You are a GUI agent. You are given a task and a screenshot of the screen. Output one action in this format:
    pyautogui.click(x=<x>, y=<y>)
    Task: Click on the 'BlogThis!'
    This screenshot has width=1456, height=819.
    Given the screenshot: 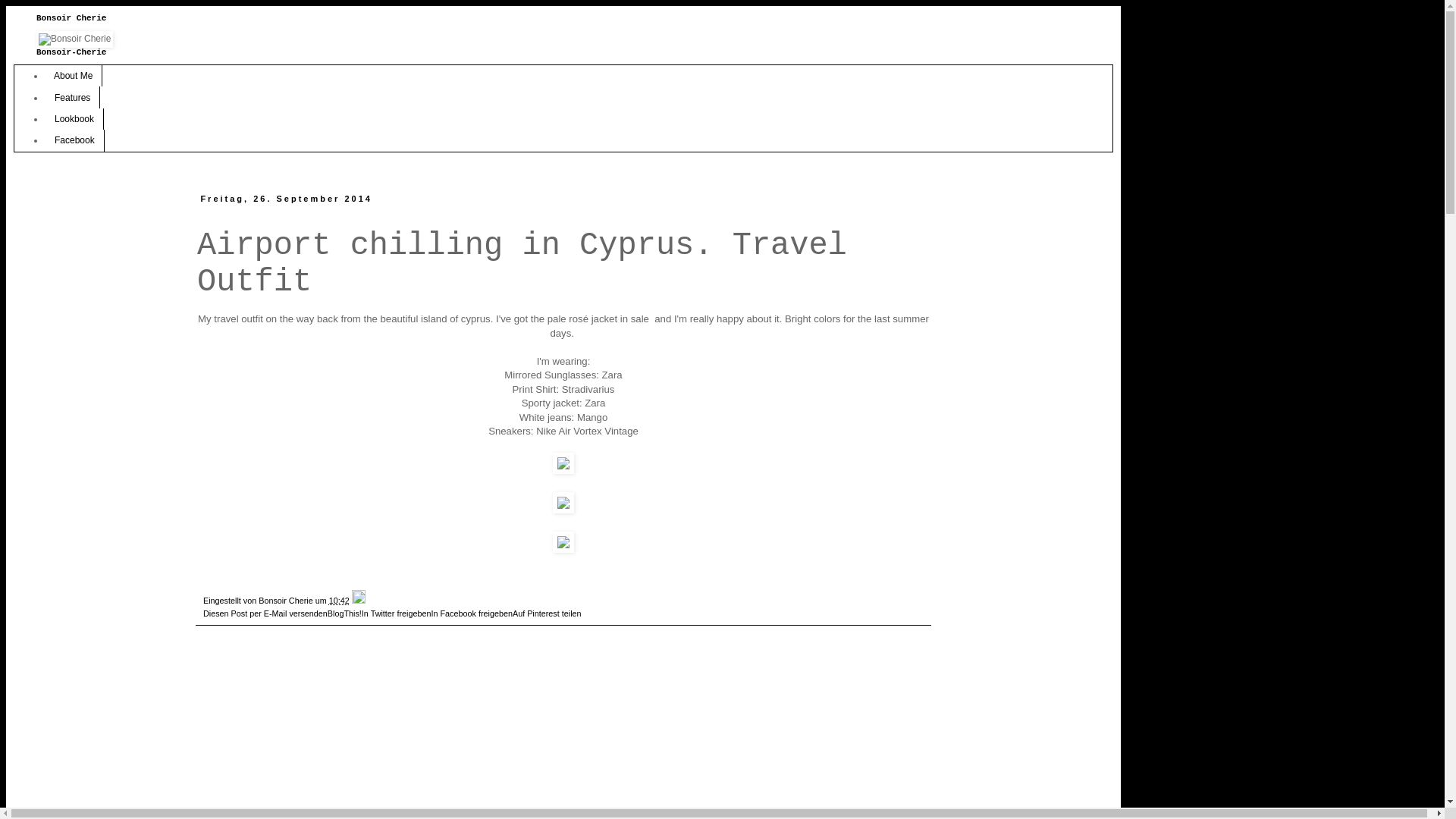 What is the action you would take?
    pyautogui.click(x=344, y=613)
    